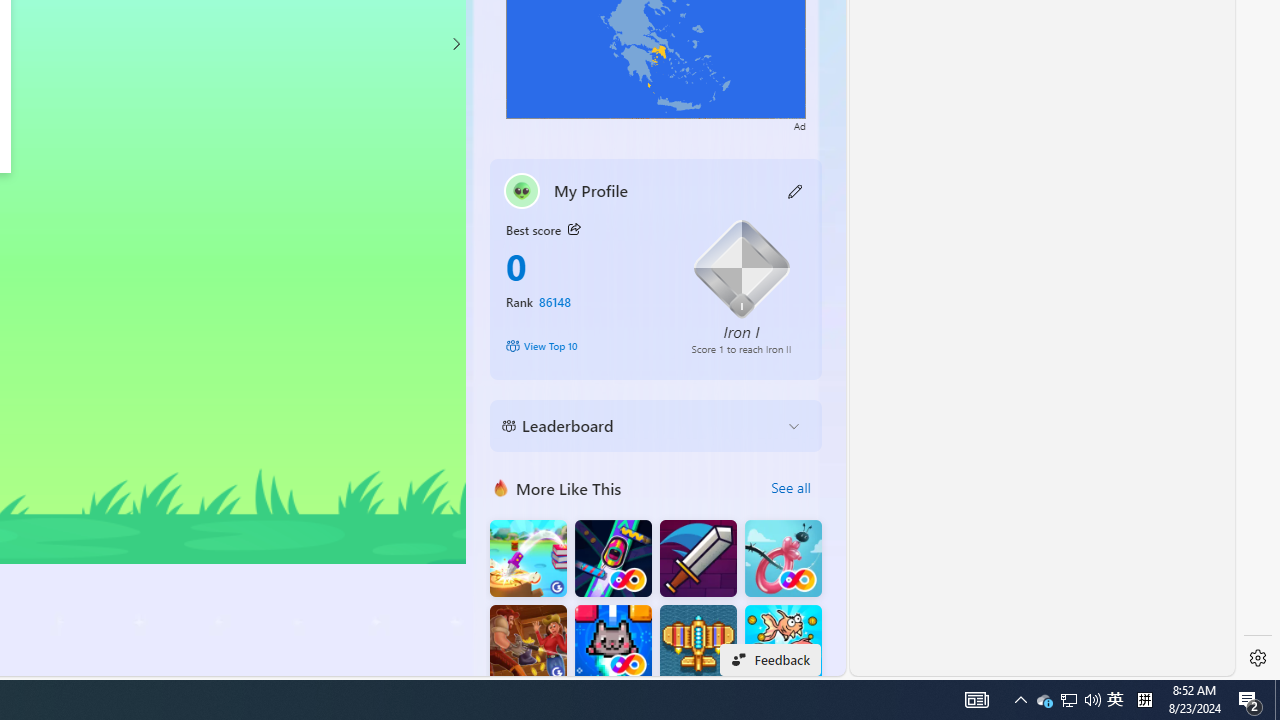 This screenshot has height=720, width=1280. What do you see at coordinates (528, 558) in the screenshot?
I see `'Knife Flip'` at bounding box center [528, 558].